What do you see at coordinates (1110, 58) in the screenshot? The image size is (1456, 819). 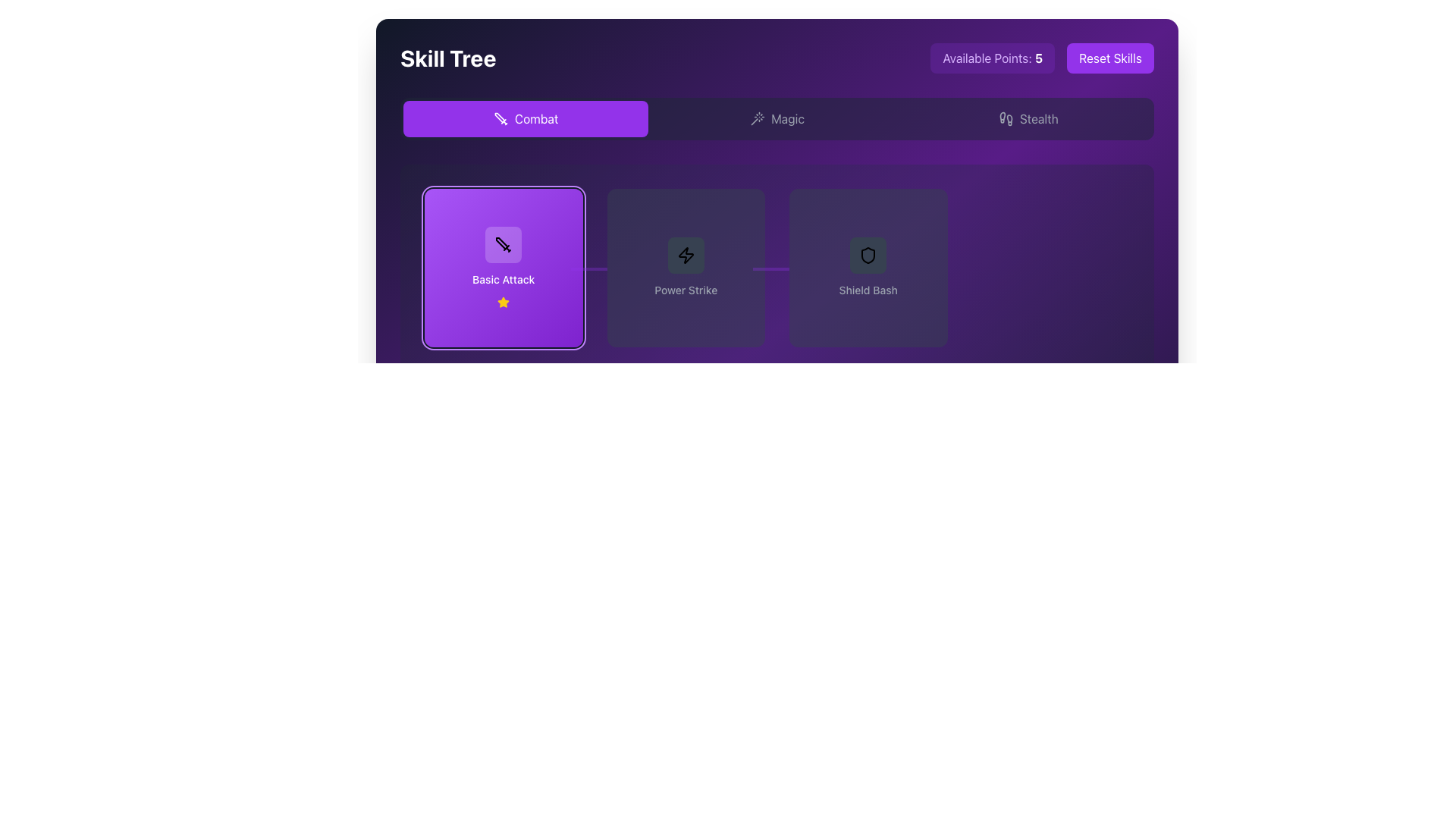 I see `the reset button located in the top-right corner of the interface, which is adjacent to the 'Available Points: 5' label, to observe the hover effect` at bounding box center [1110, 58].